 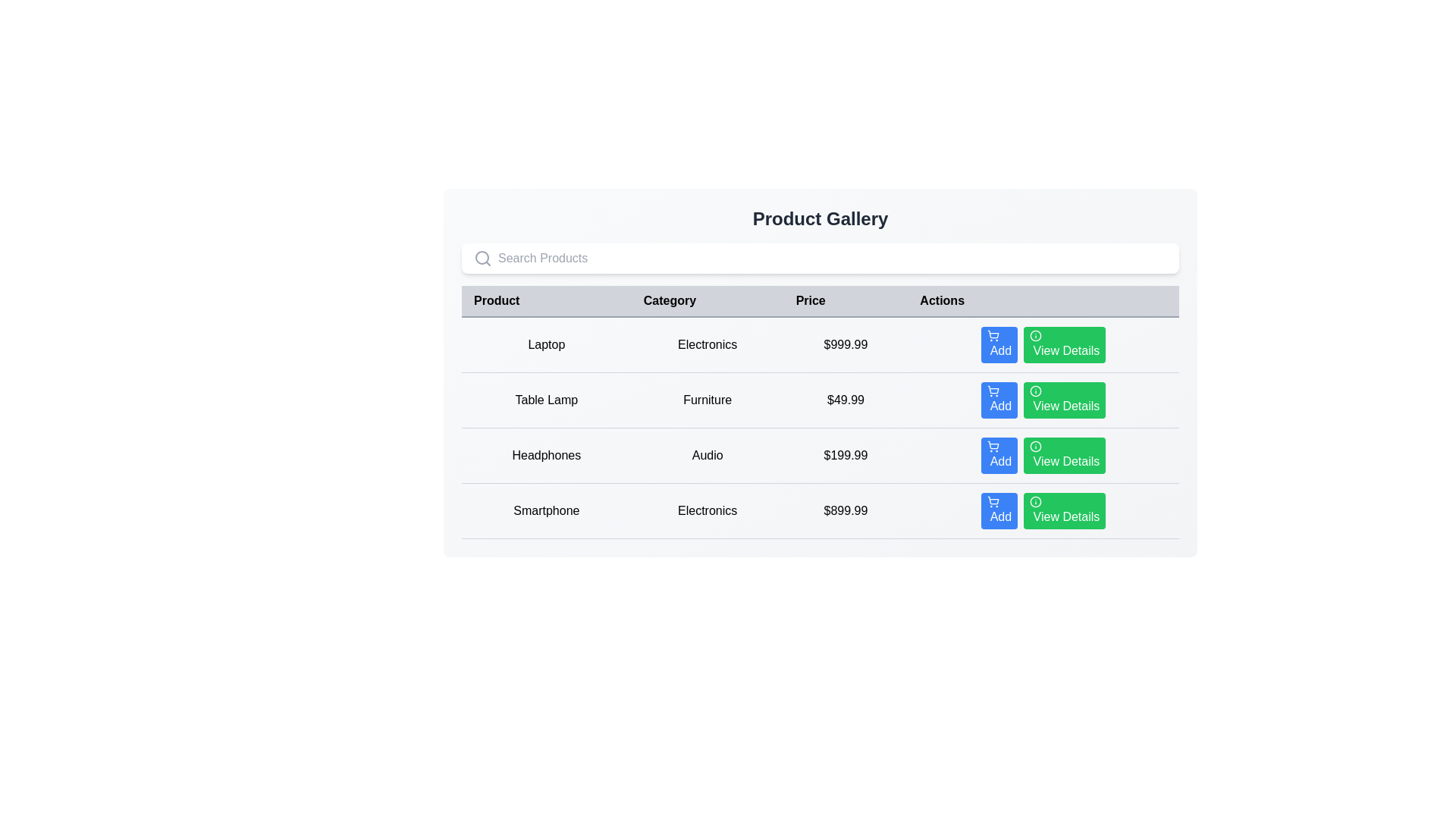 What do you see at coordinates (1064, 400) in the screenshot?
I see `the green 'View Details' button with white text, which has an info icon to the left and is the second button in the 'Actions' column of the second row of the table` at bounding box center [1064, 400].